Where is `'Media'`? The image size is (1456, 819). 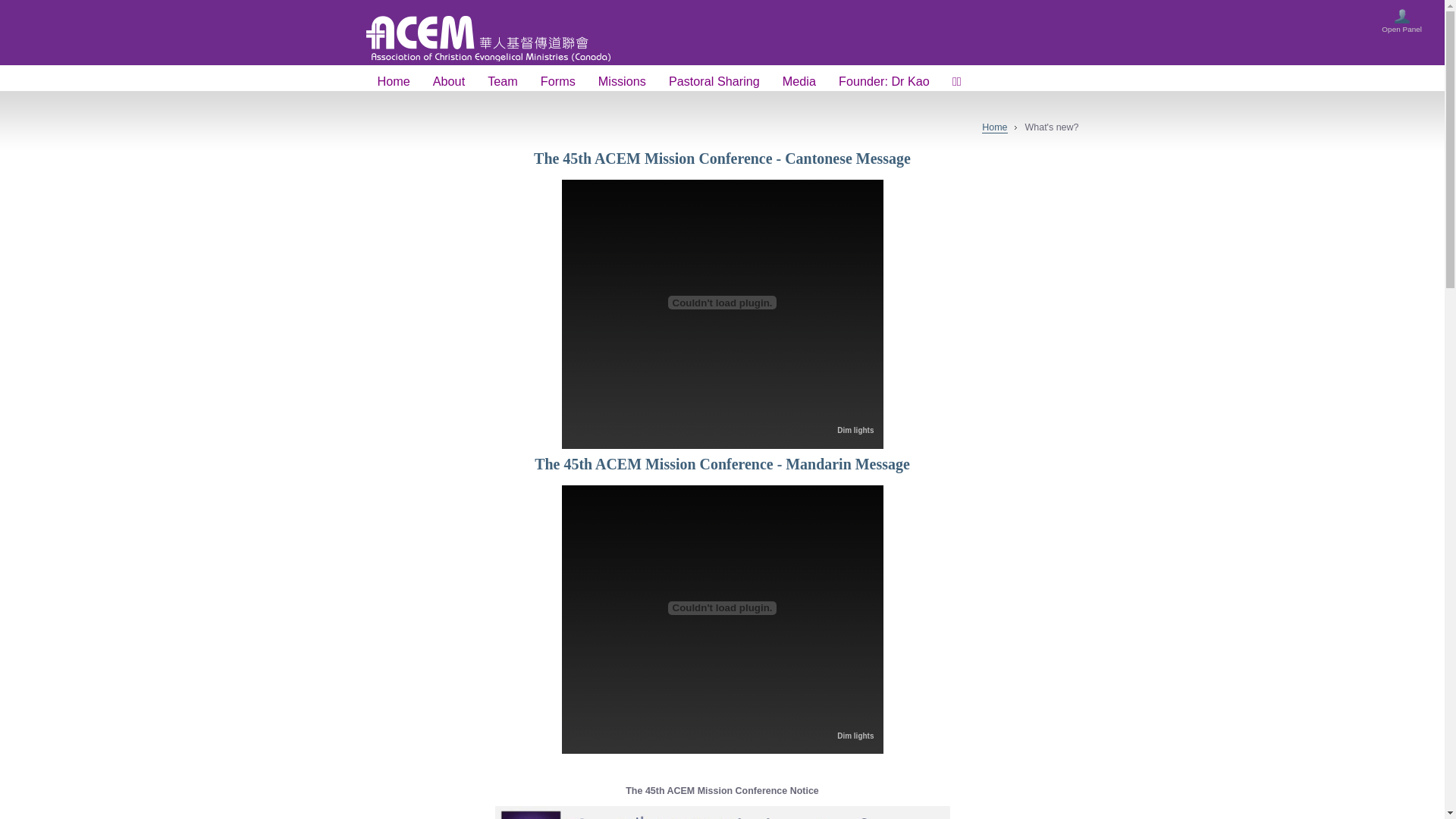 'Media' is located at coordinates (799, 82).